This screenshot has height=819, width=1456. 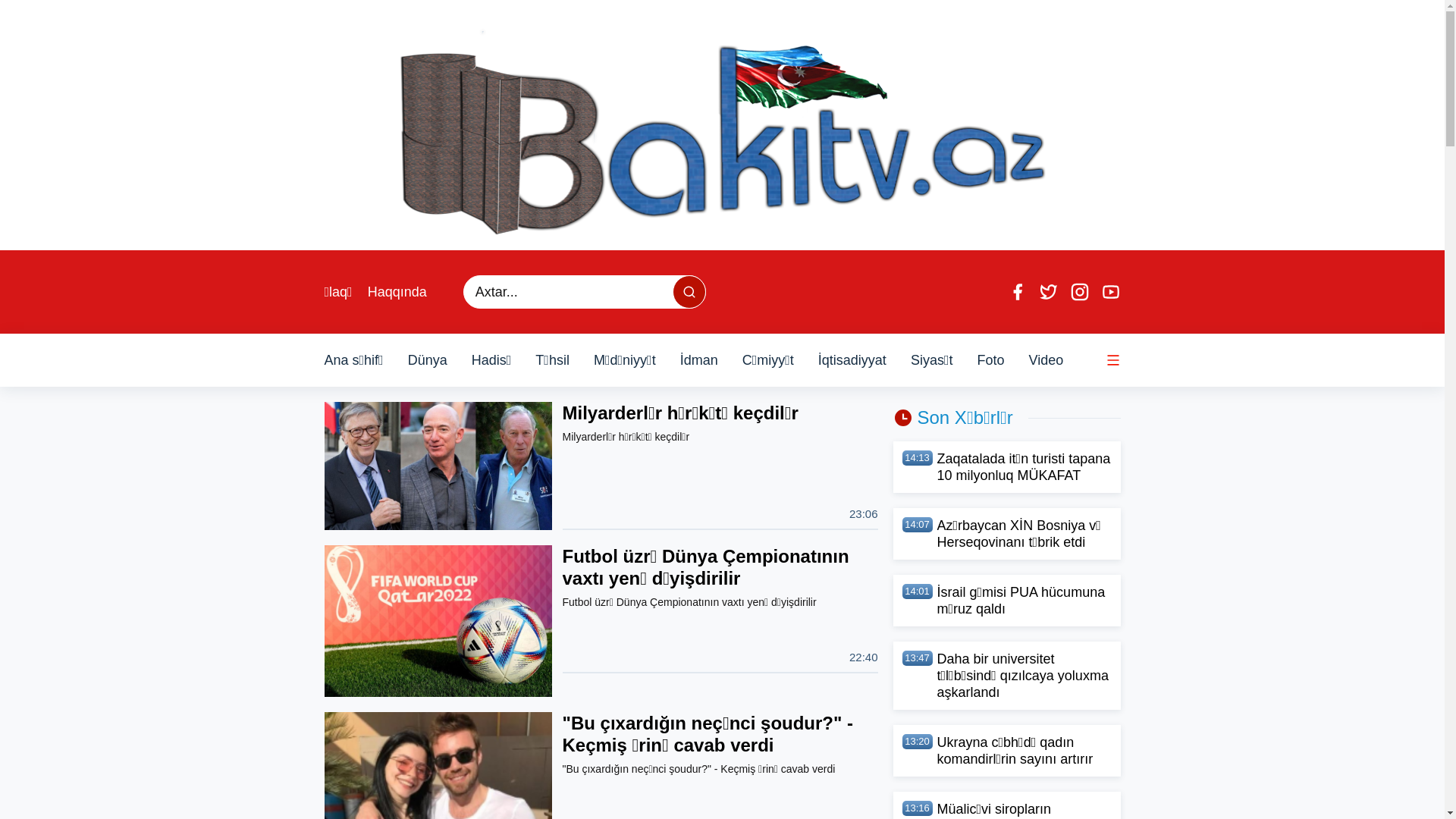 I want to click on 'Video', so click(x=1028, y=359).